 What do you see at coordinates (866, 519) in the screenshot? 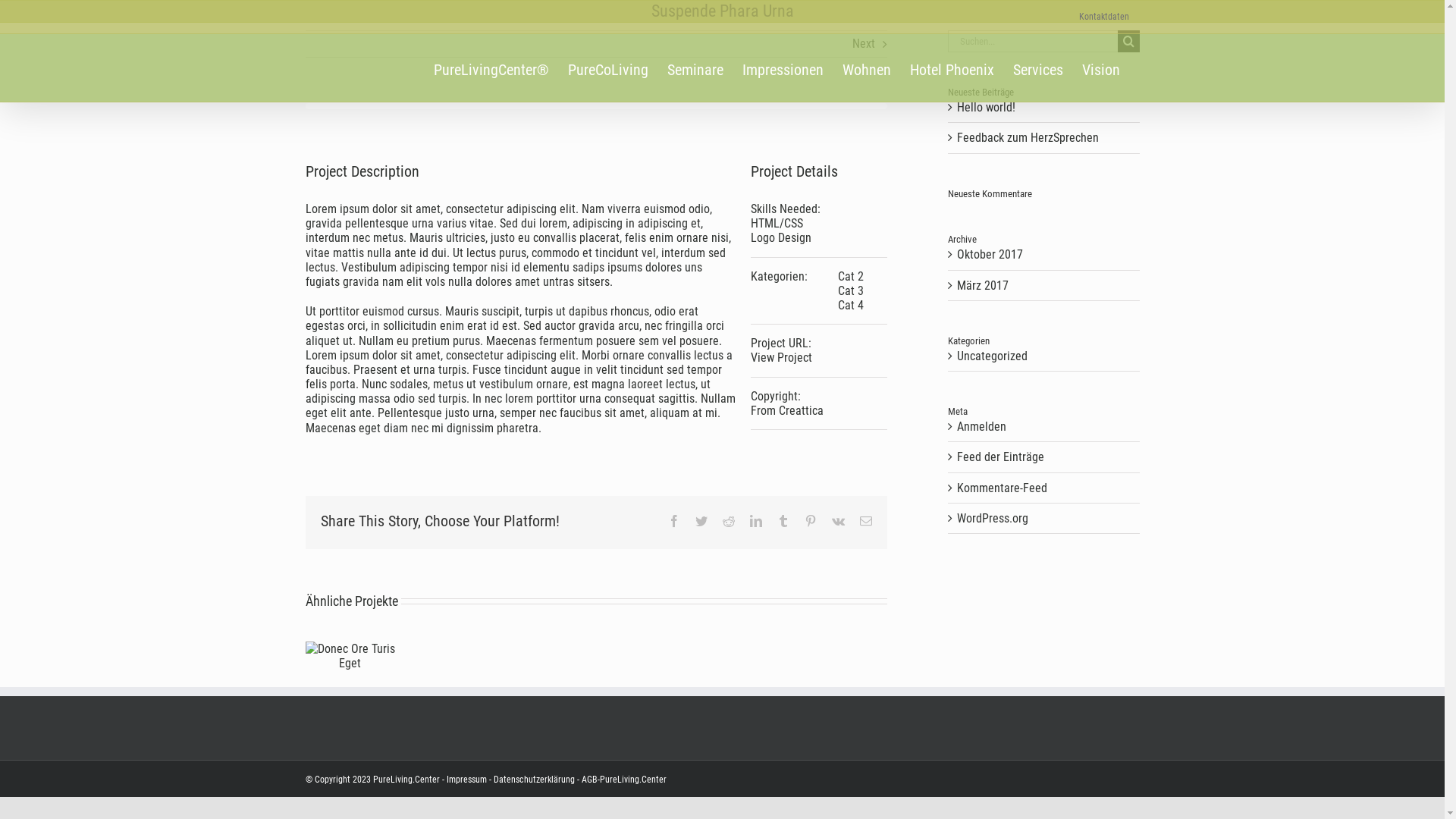
I see `'E-Mail'` at bounding box center [866, 519].